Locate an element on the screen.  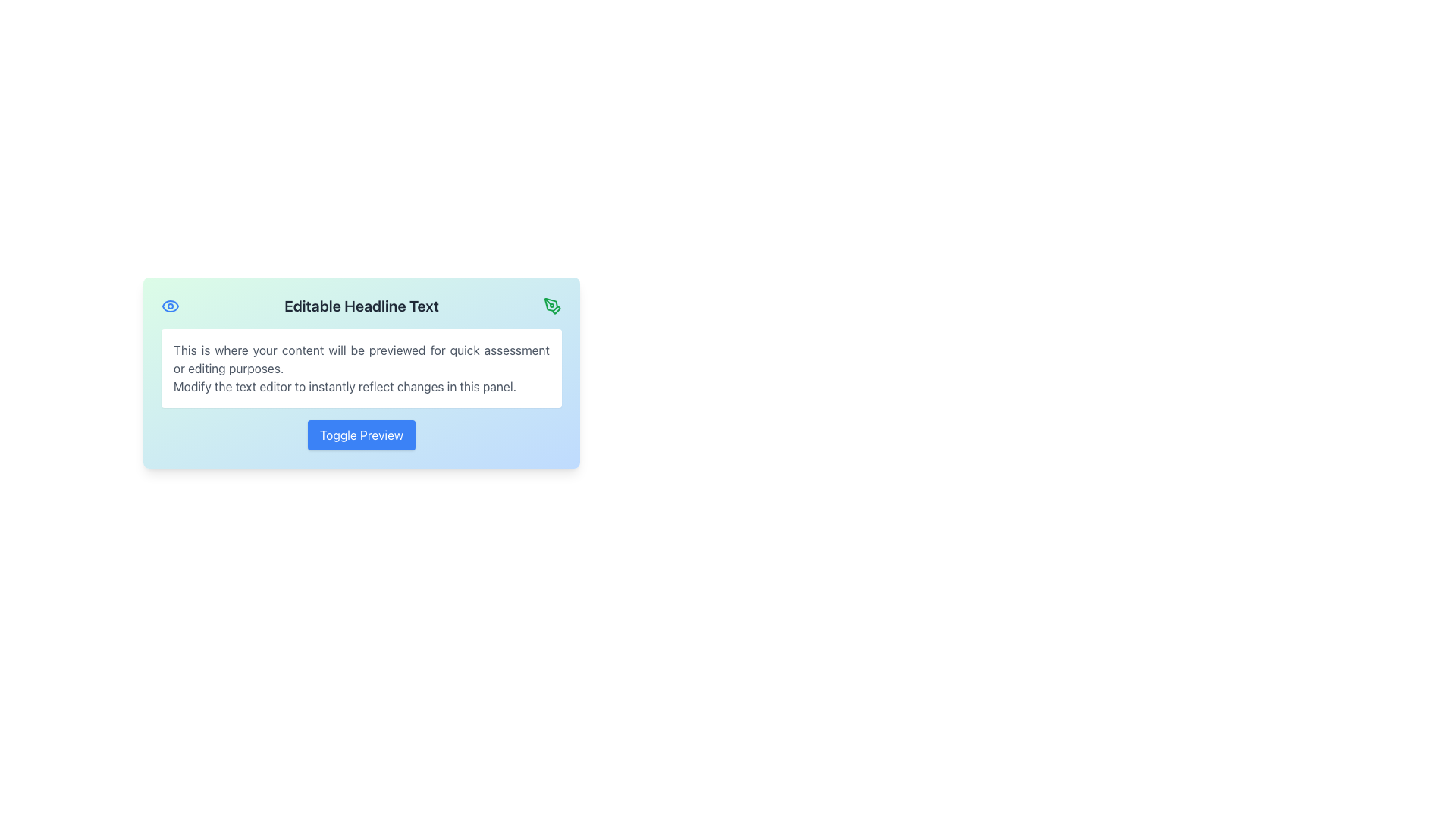
the static text display element that shows 'Editable Headline Text', which is centrally aligned and appears in bold and larger font at the upper center of the panel is located at coordinates (360, 306).